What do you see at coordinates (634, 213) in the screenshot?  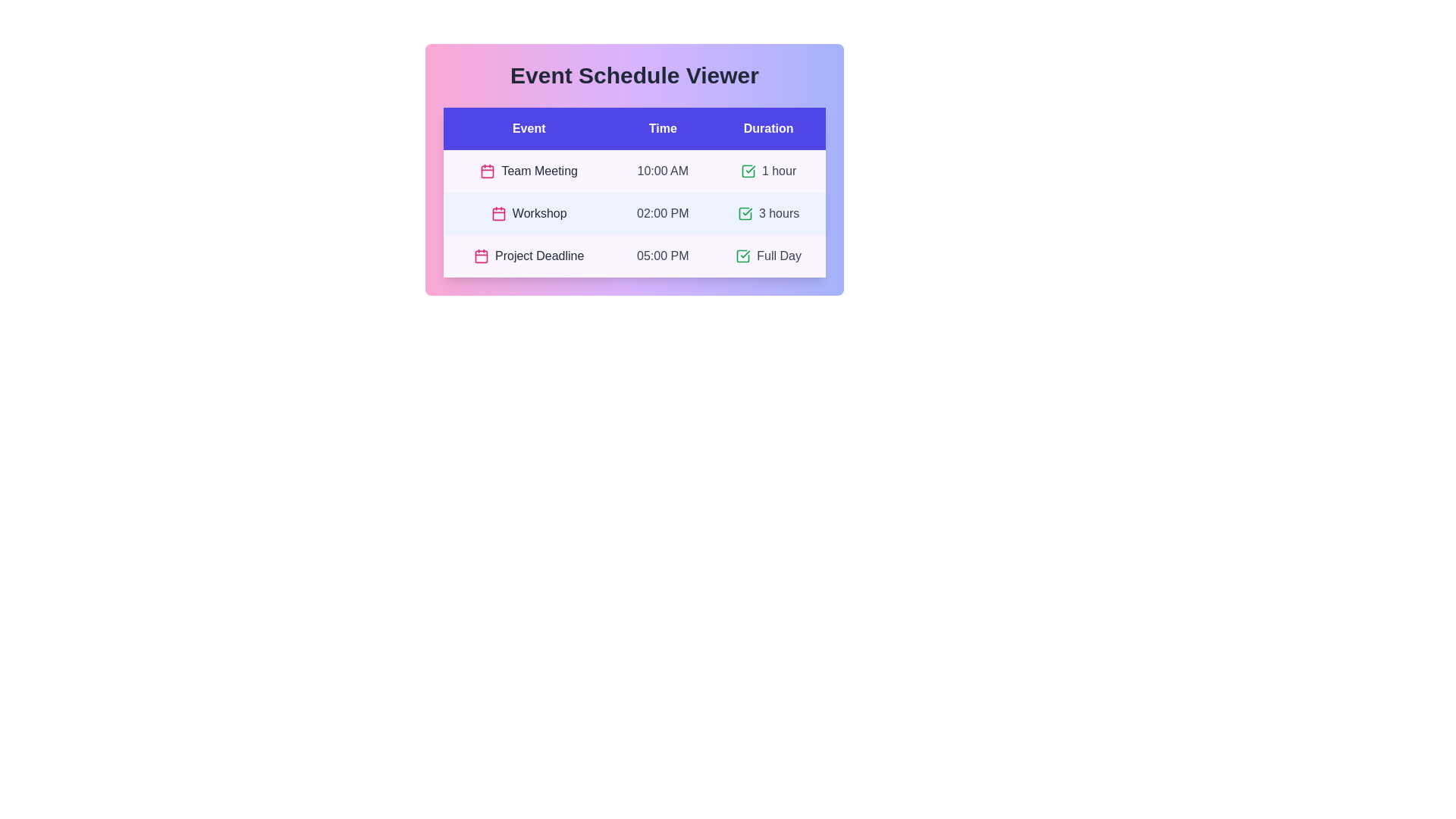 I see `the row corresponding to Workshop` at bounding box center [634, 213].